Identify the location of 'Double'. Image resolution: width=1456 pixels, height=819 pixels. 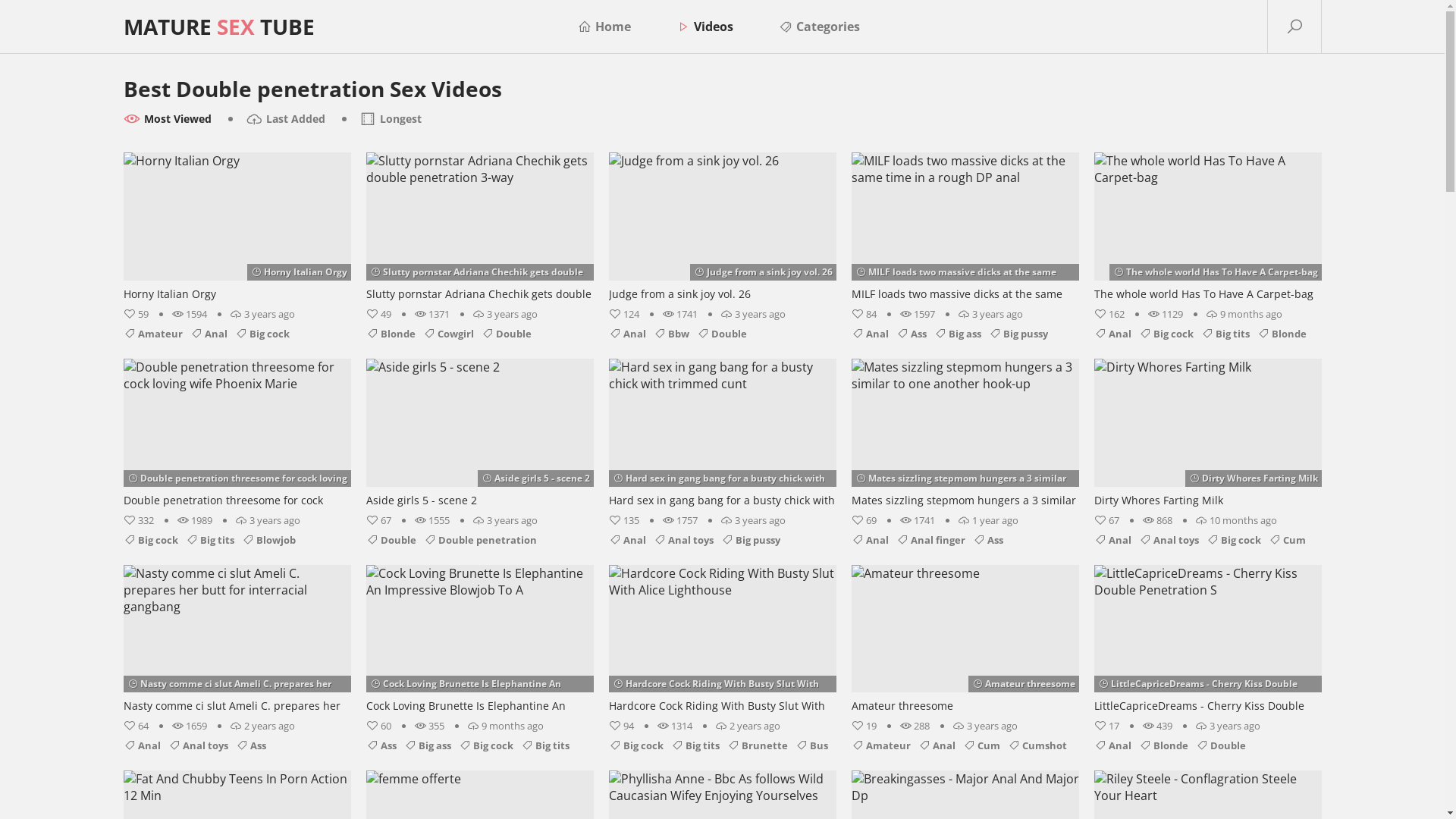
(365, 538).